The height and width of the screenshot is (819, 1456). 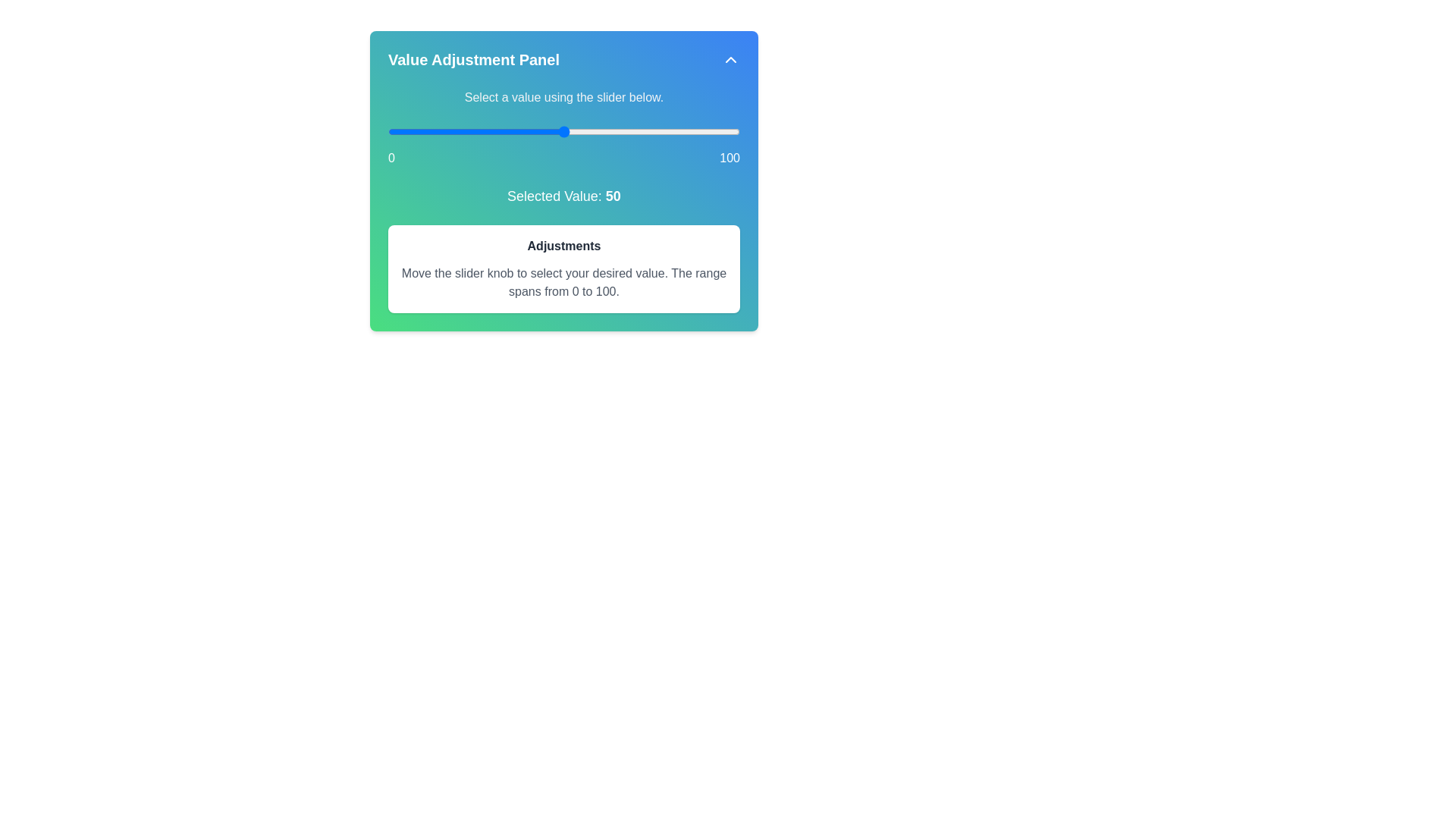 I want to click on the slider value, so click(x=725, y=130).